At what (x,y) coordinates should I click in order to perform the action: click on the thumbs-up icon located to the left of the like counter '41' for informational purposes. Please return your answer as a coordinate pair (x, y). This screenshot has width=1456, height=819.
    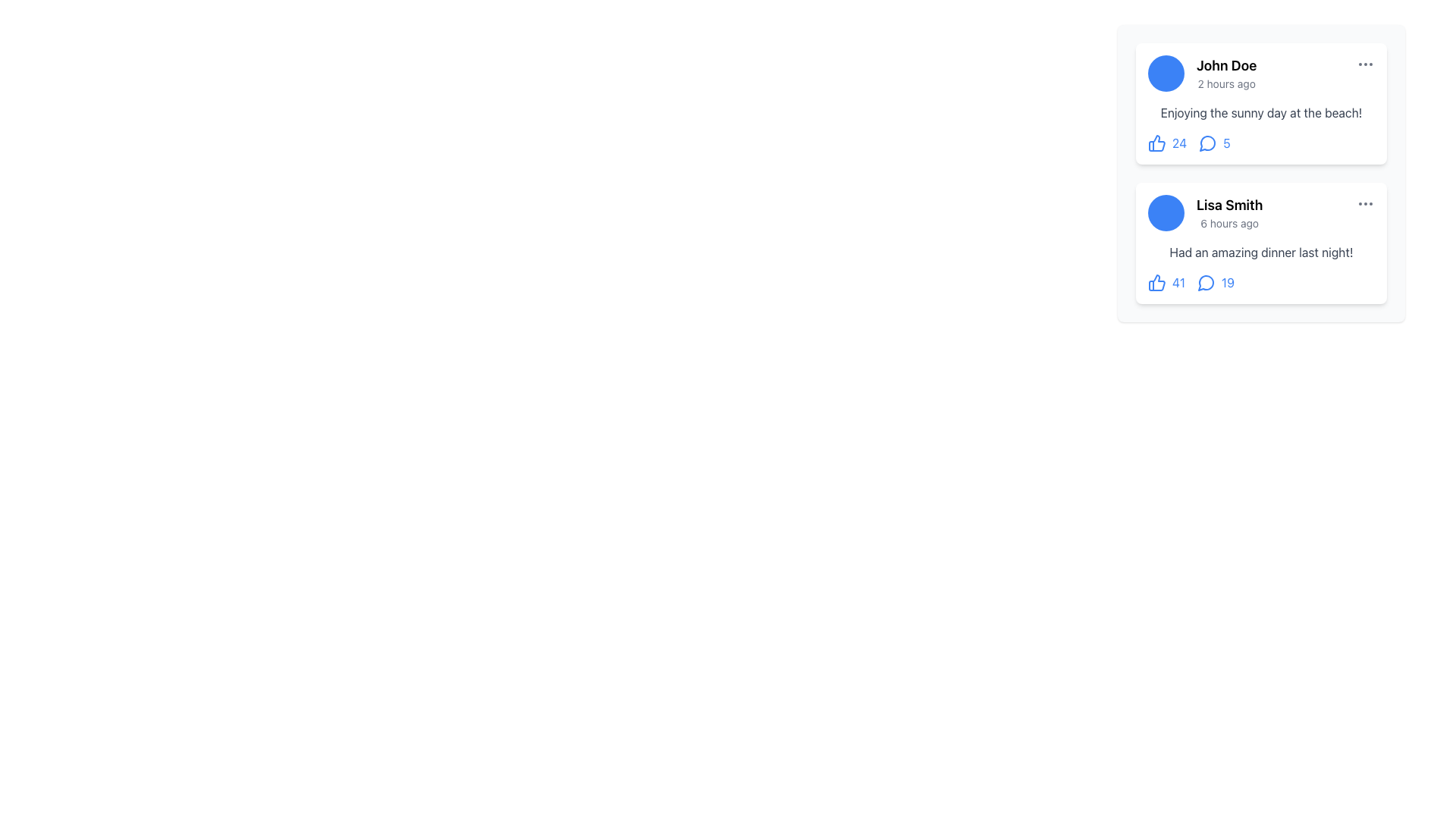
    Looking at the image, I should click on (1156, 283).